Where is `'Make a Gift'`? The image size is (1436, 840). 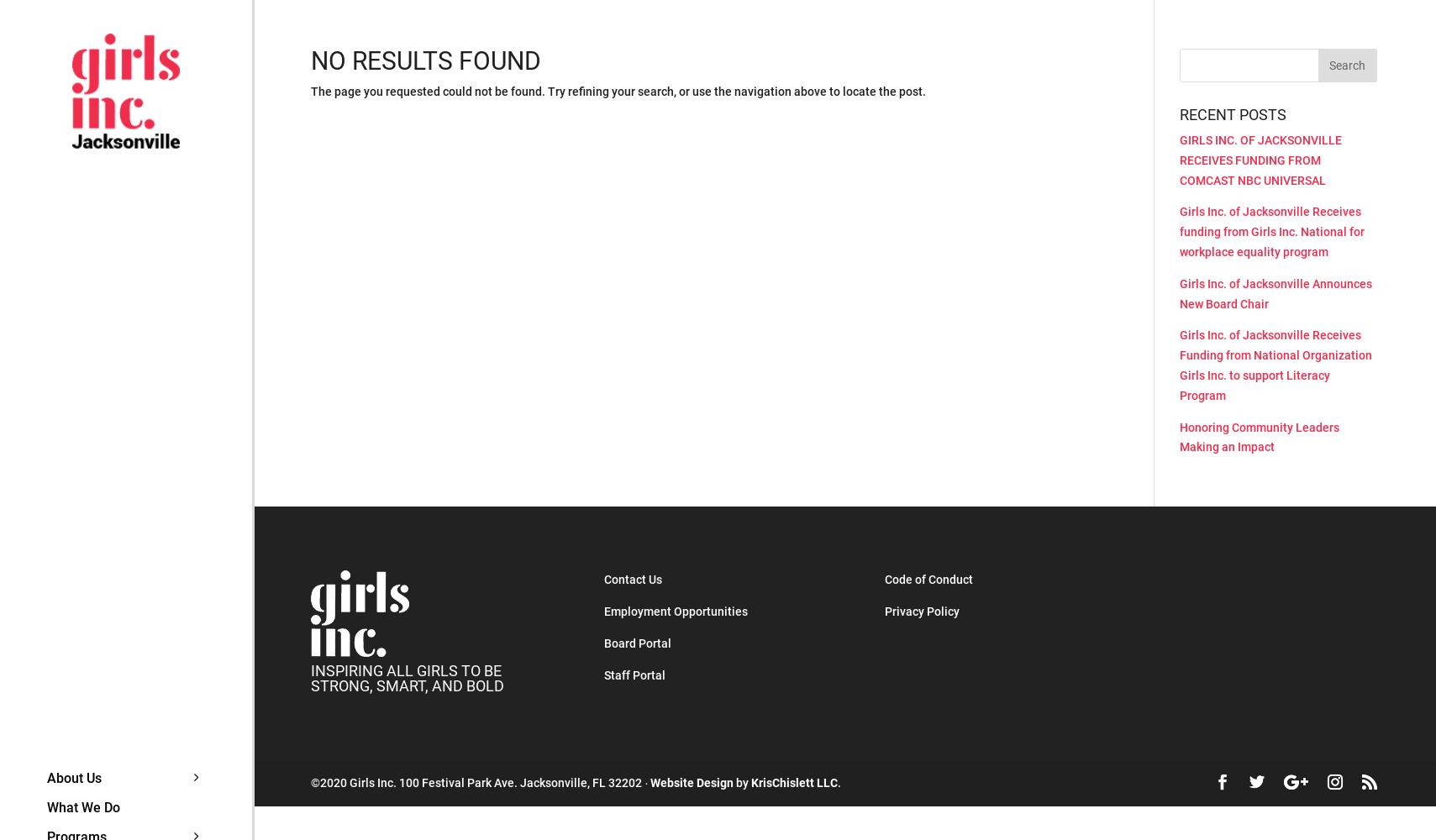 'Make a Gift' is located at coordinates (313, 780).